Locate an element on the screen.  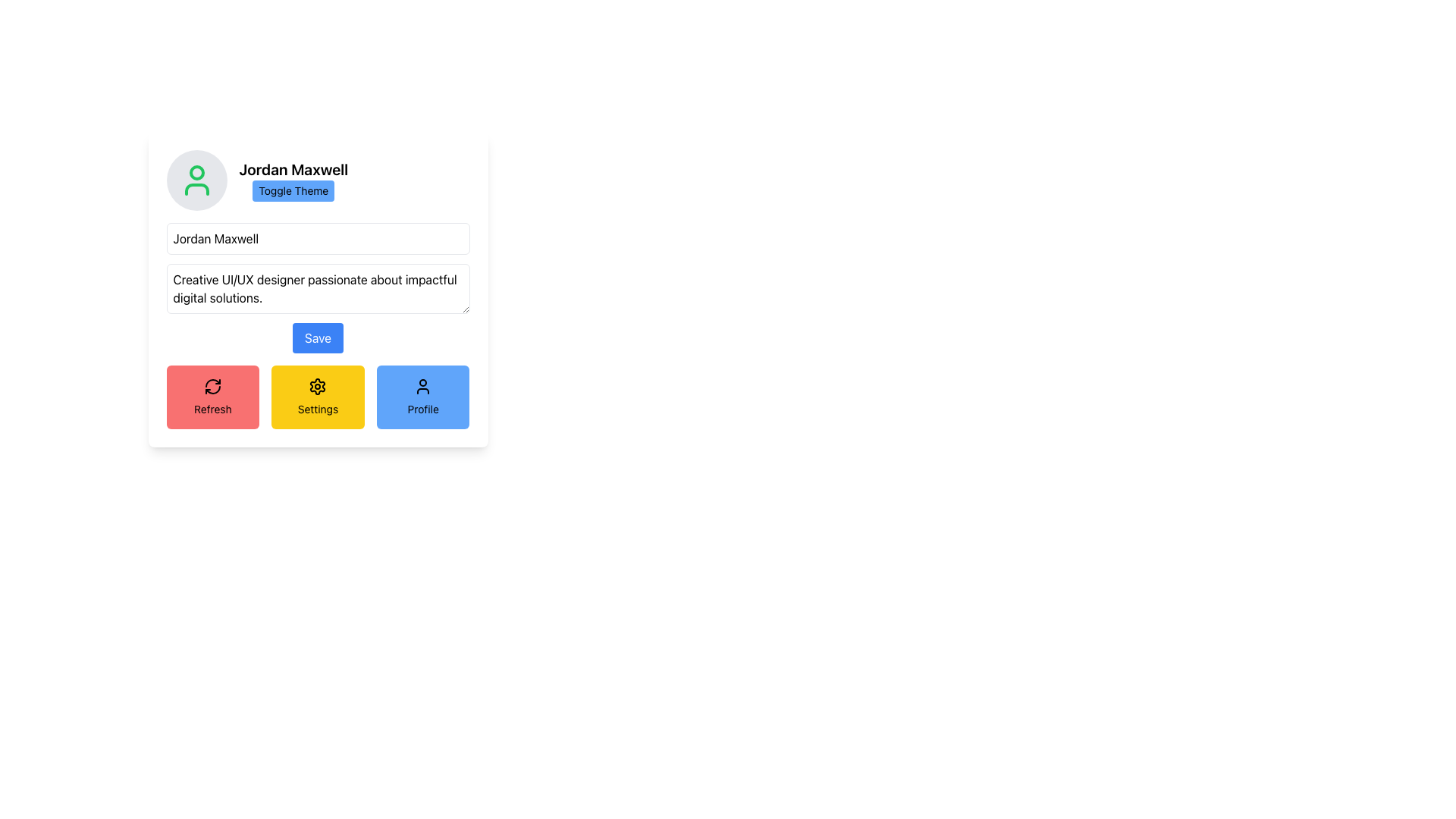
the 'Toggle Theme' button, which is a rectangular button with a bold, black font on a blue background is located at coordinates (317, 180).